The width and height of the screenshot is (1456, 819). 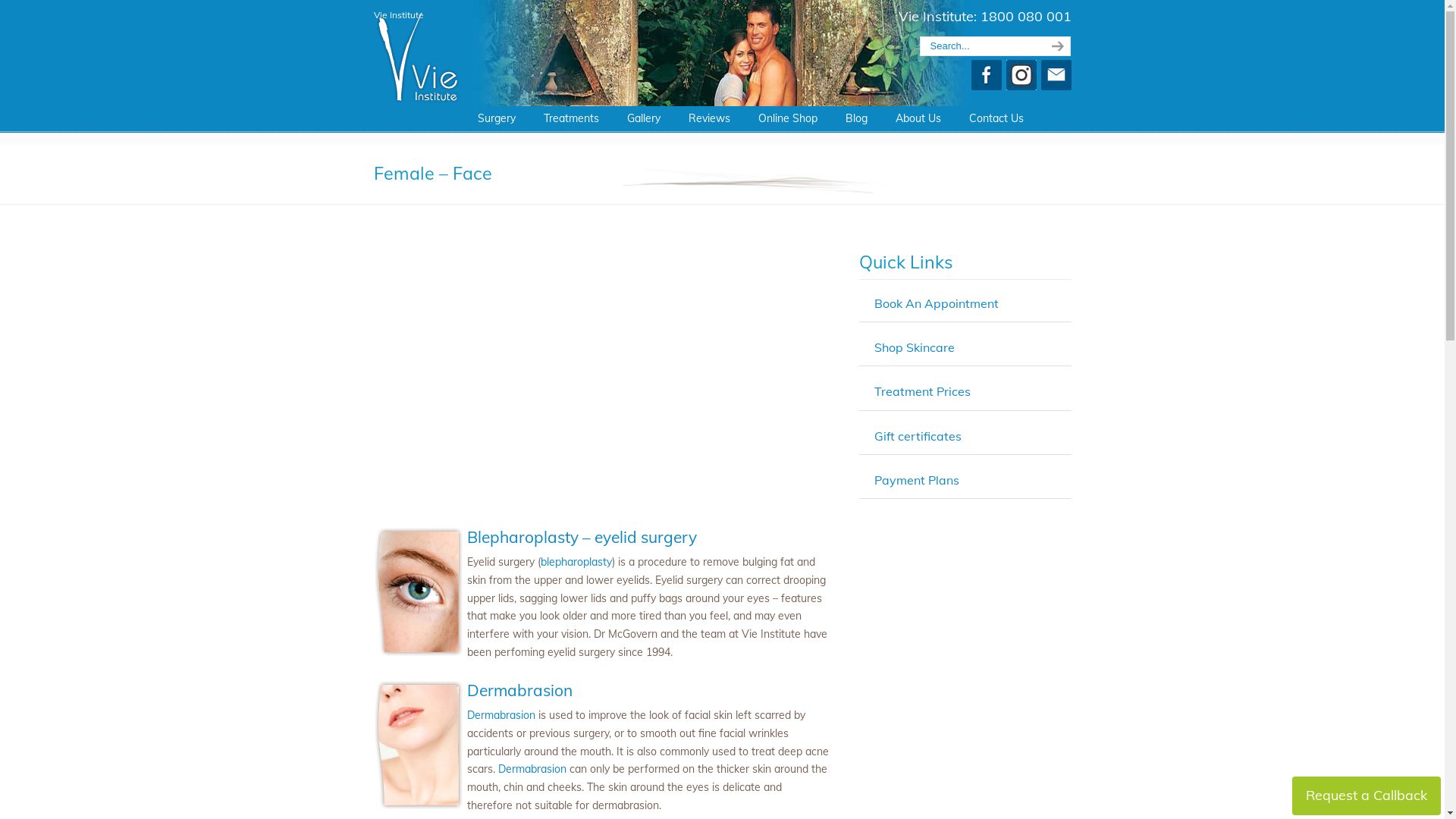 What do you see at coordinates (708, 117) in the screenshot?
I see `'Reviews'` at bounding box center [708, 117].